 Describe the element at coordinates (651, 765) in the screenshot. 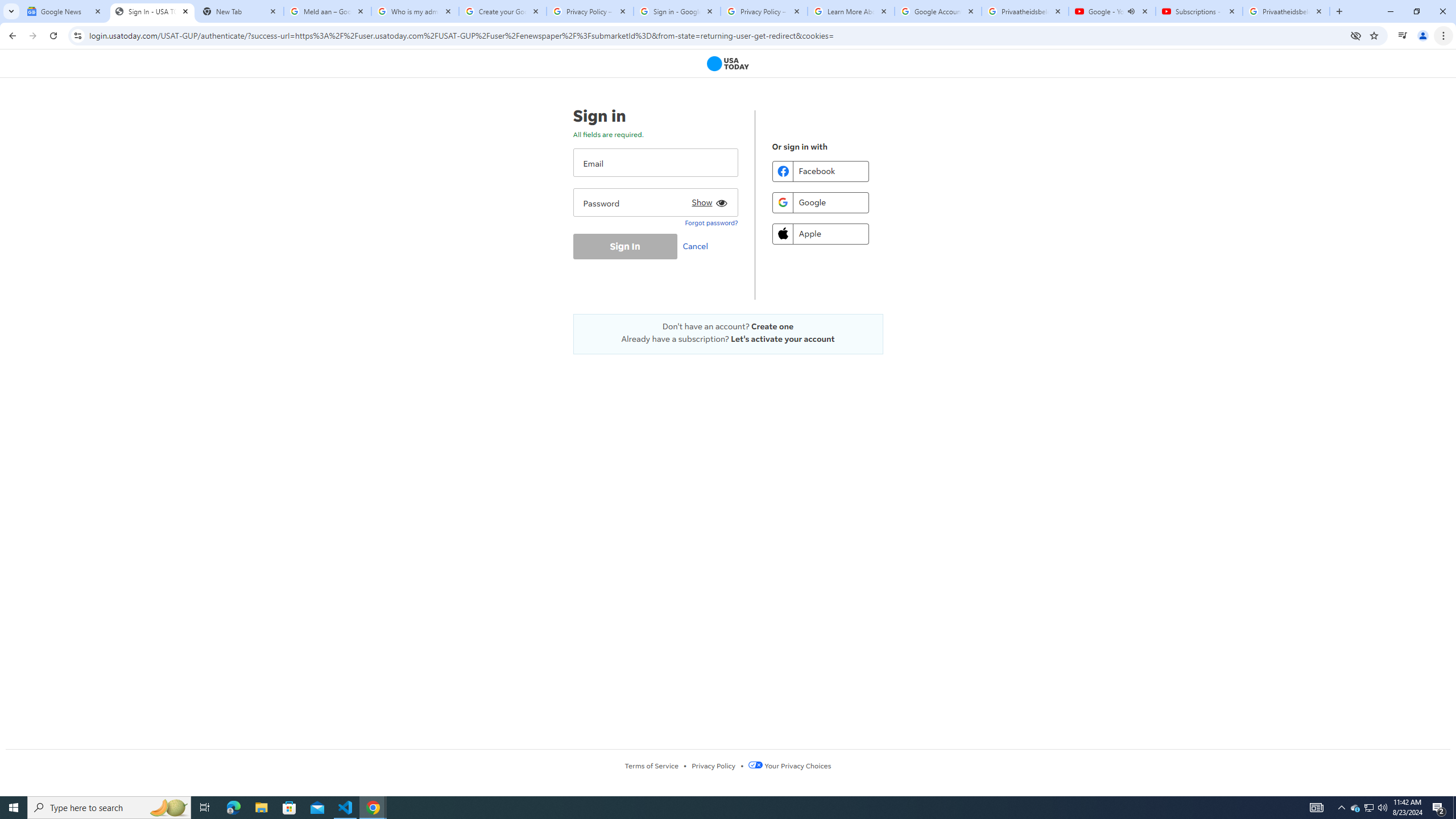

I see `'Terms of Service'` at that location.